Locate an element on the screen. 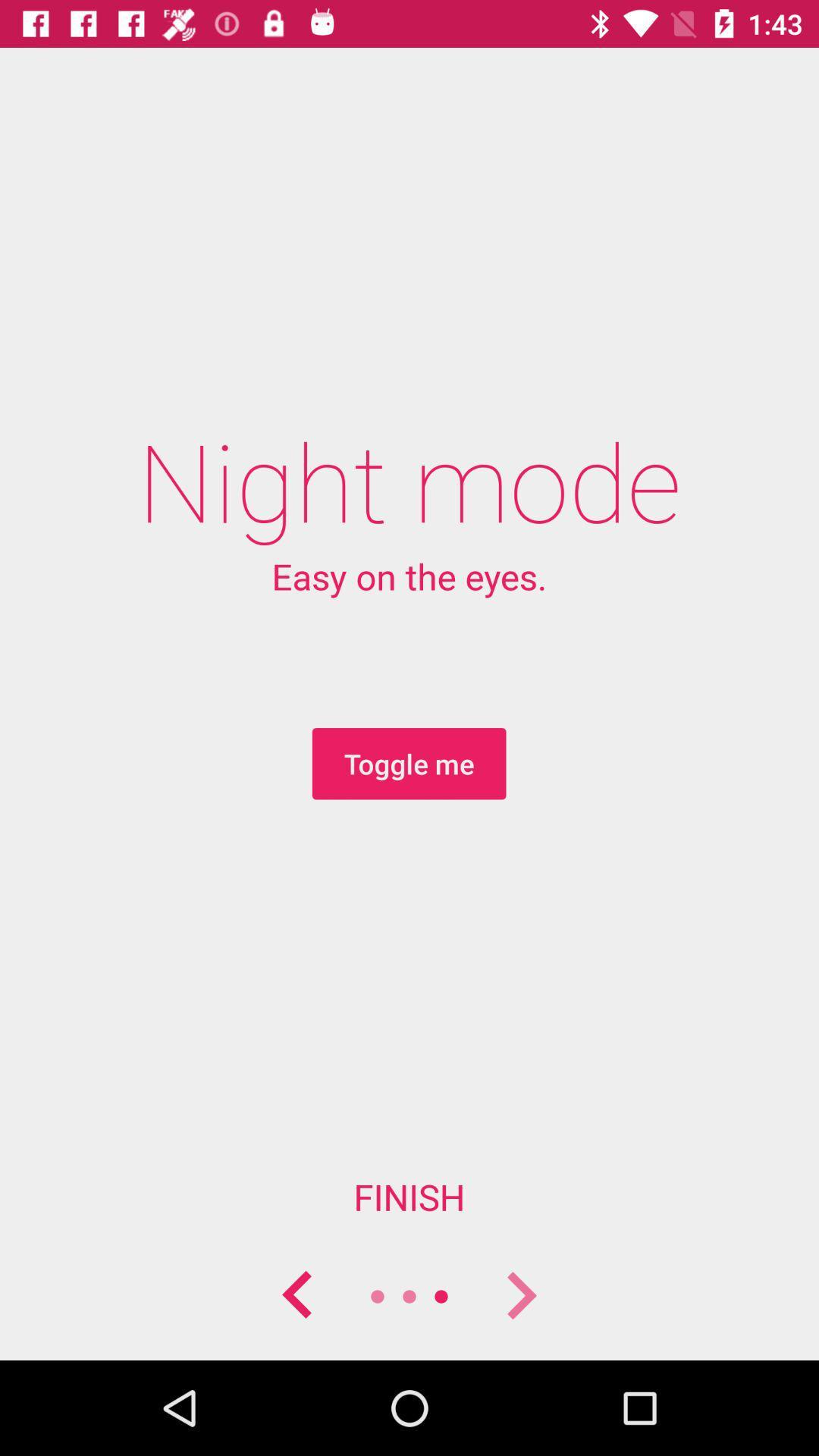 Image resolution: width=819 pixels, height=1456 pixels. icon below the finish is located at coordinates (519, 1295).